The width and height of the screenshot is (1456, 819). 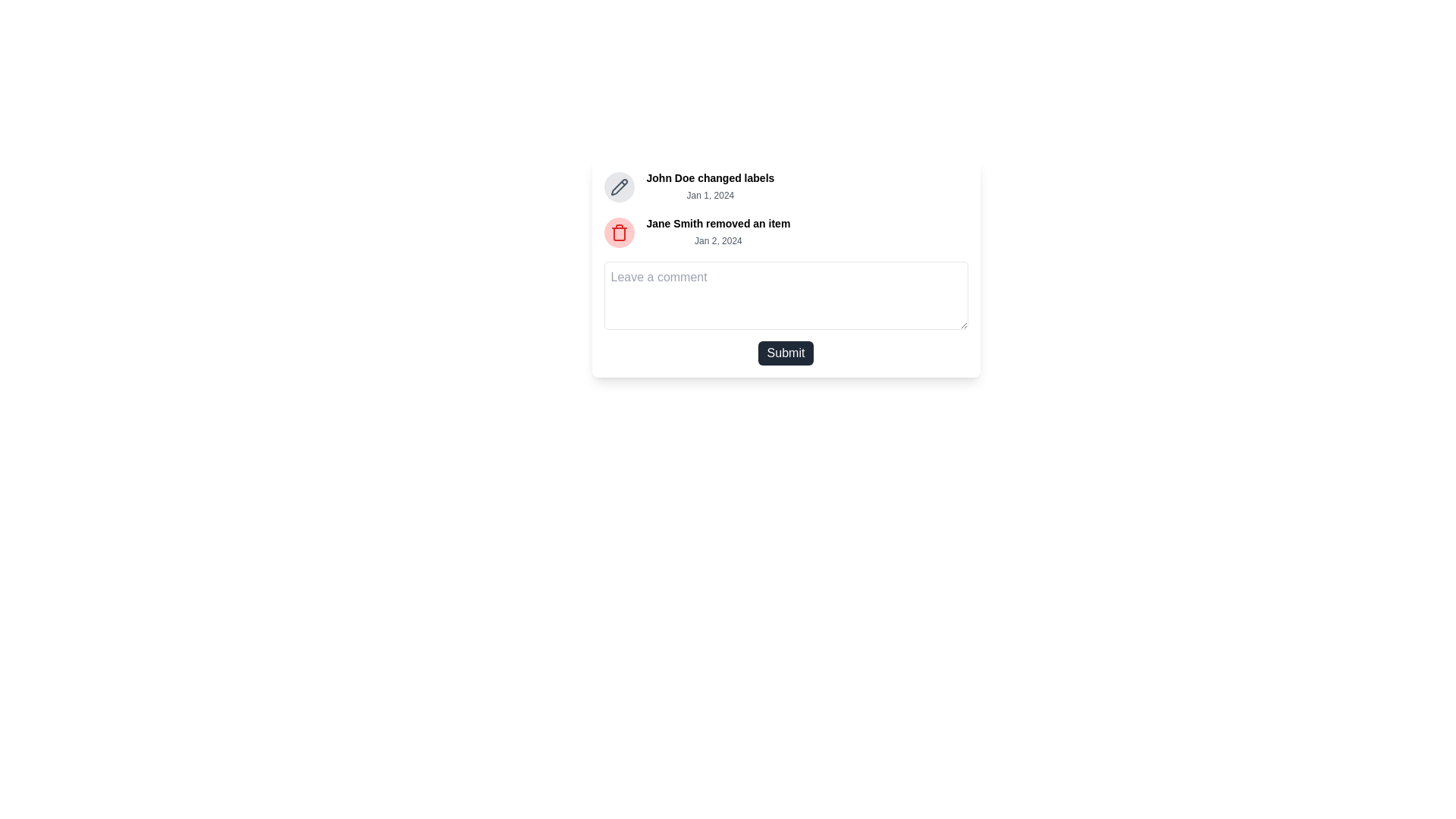 I want to click on the Text Label that communicates the action performed by 'Jane Smith' involving the removal of an item, located centrally in the interface, so click(x=717, y=223).